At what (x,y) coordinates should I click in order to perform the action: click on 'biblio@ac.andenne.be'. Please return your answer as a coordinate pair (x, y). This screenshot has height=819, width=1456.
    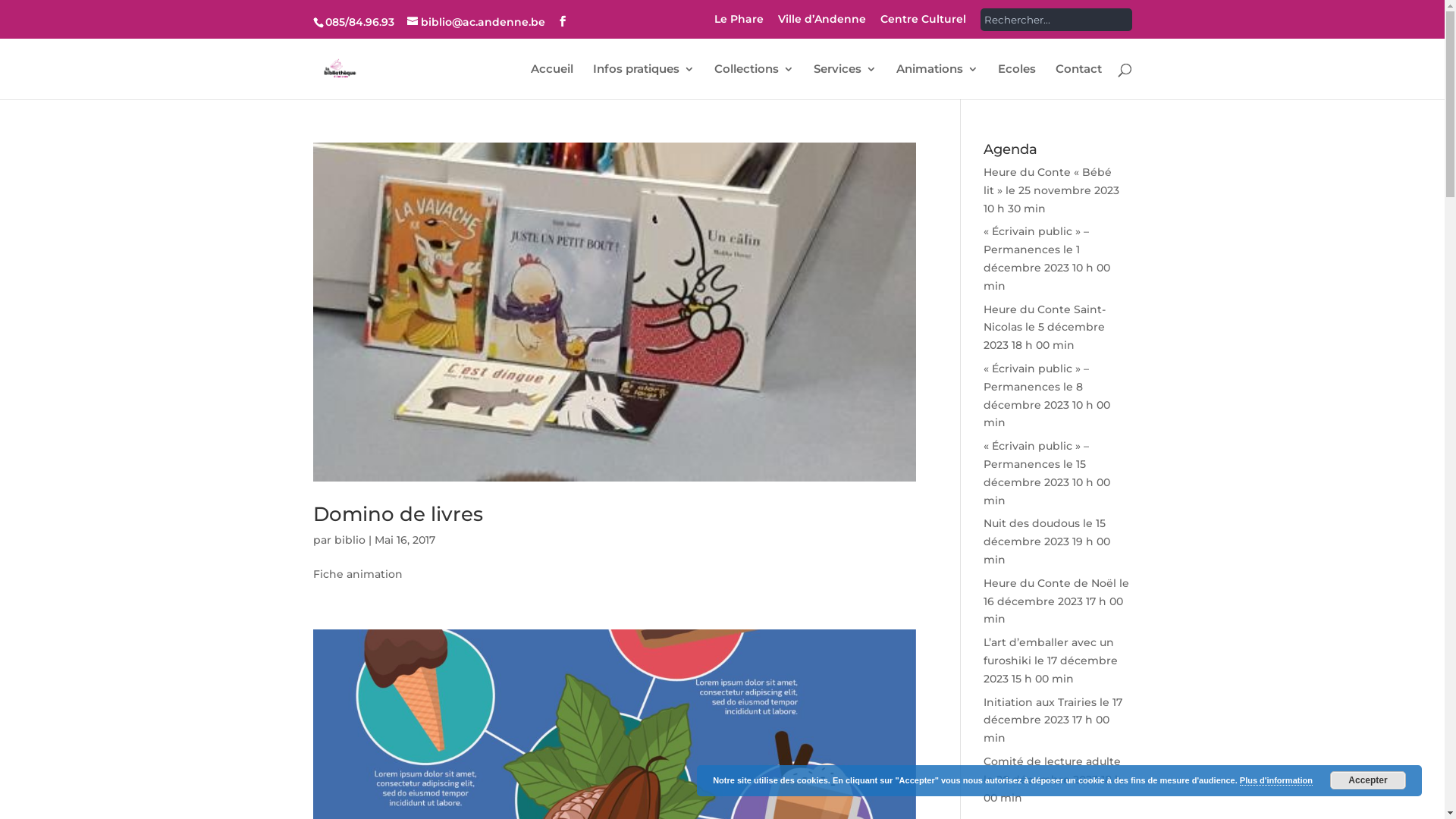
    Looking at the image, I should click on (475, 22).